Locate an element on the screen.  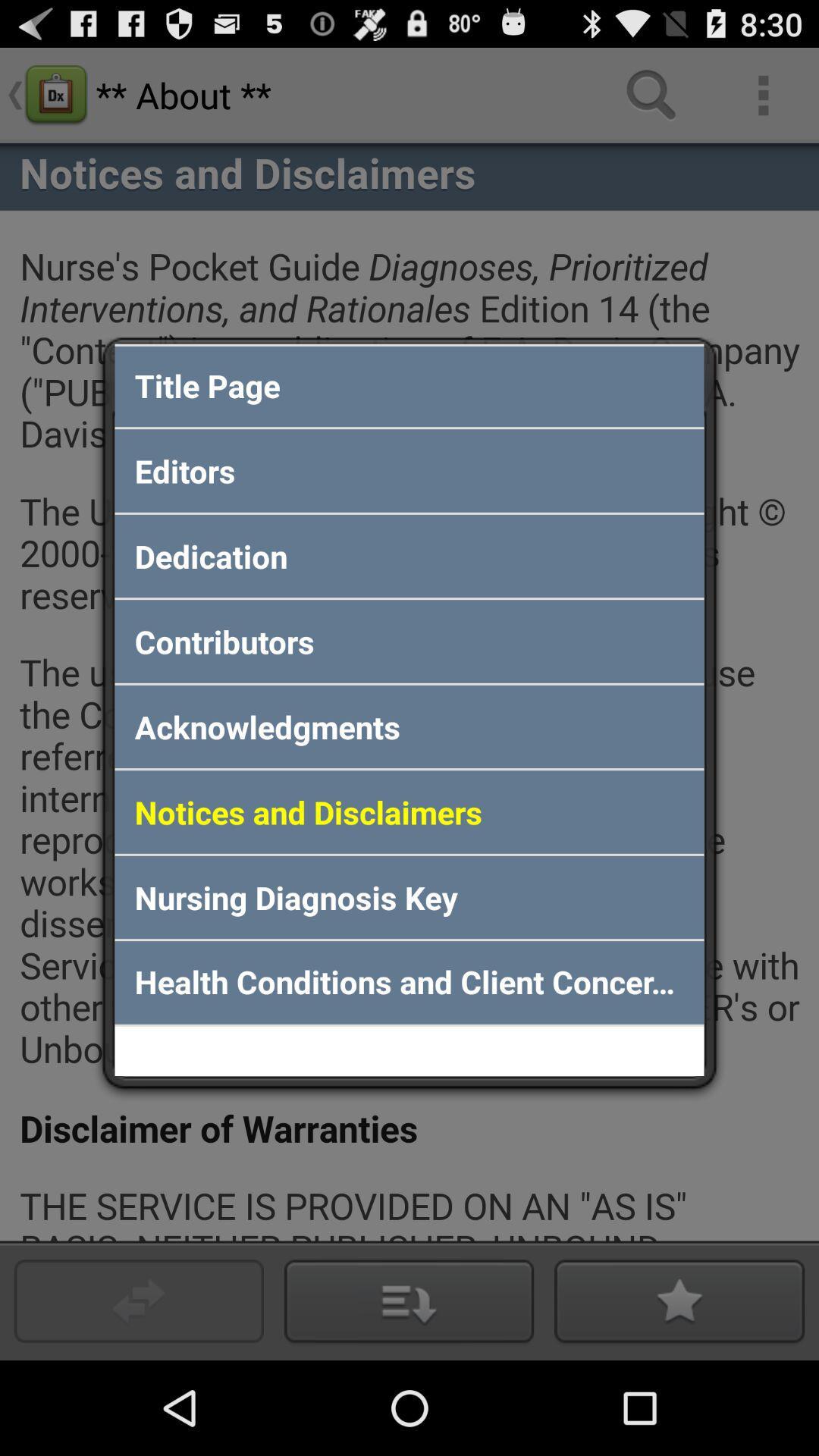
app above nursing diagnosis key item is located at coordinates (409, 811).